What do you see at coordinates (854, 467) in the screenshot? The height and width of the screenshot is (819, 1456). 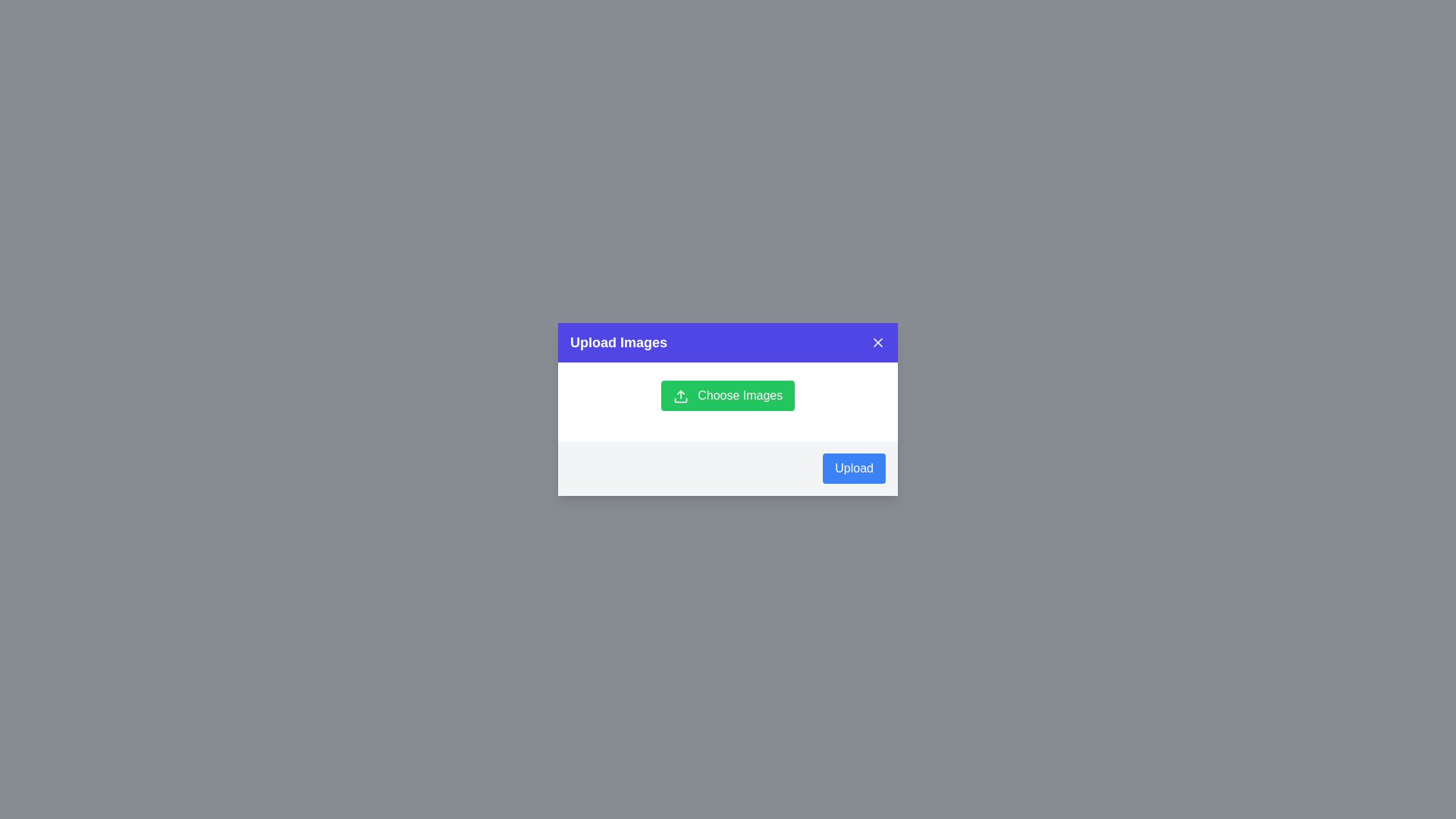 I see `the 'Upload' button to initiate the upload process` at bounding box center [854, 467].